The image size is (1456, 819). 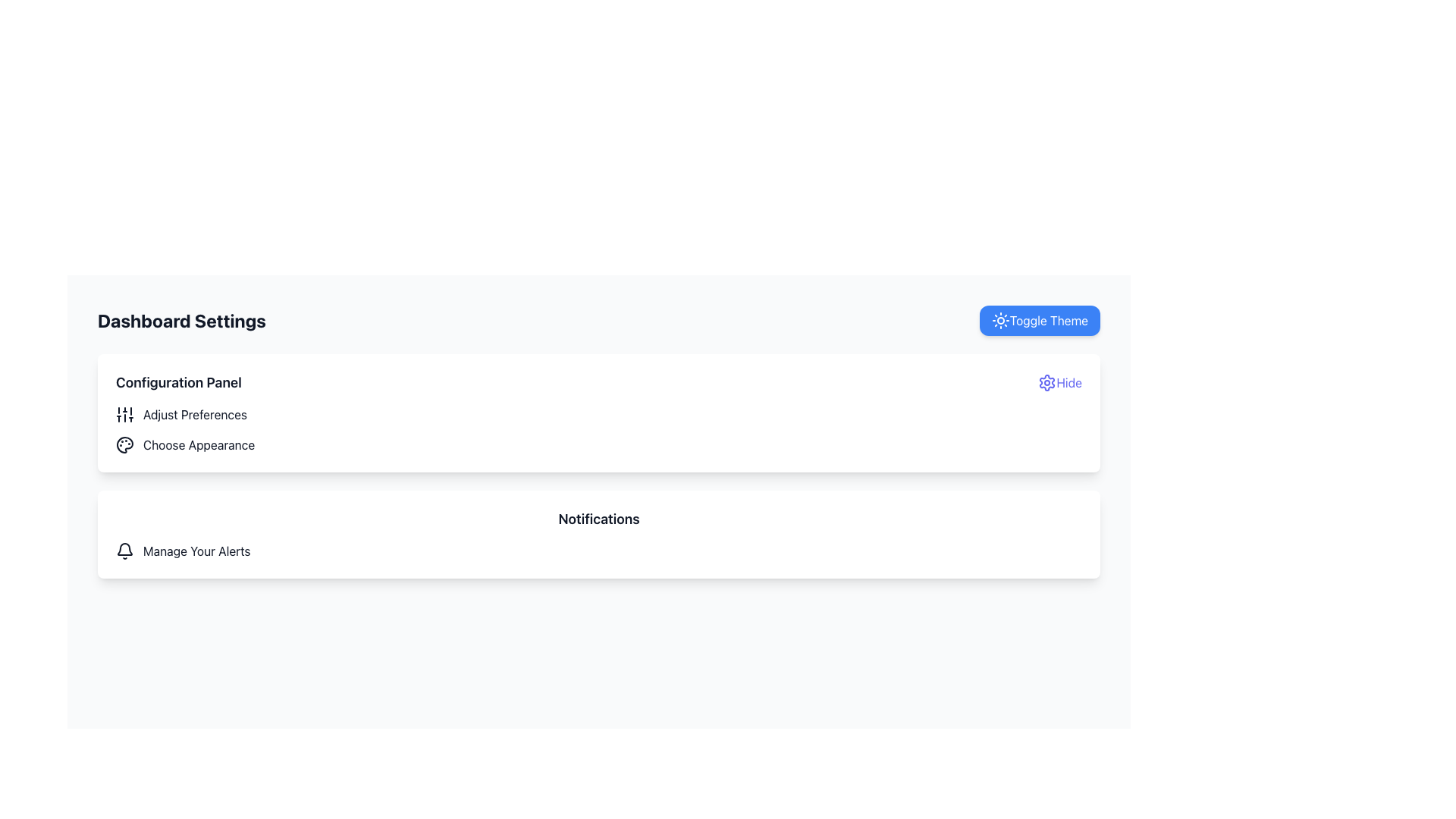 What do you see at coordinates (1039, 320) in the screenshot?
I see `the 'Toggle Theme' button, which is a rectangular button with a blue background and white text, located on the right side of the interface` at bounding box center [1039, 320].